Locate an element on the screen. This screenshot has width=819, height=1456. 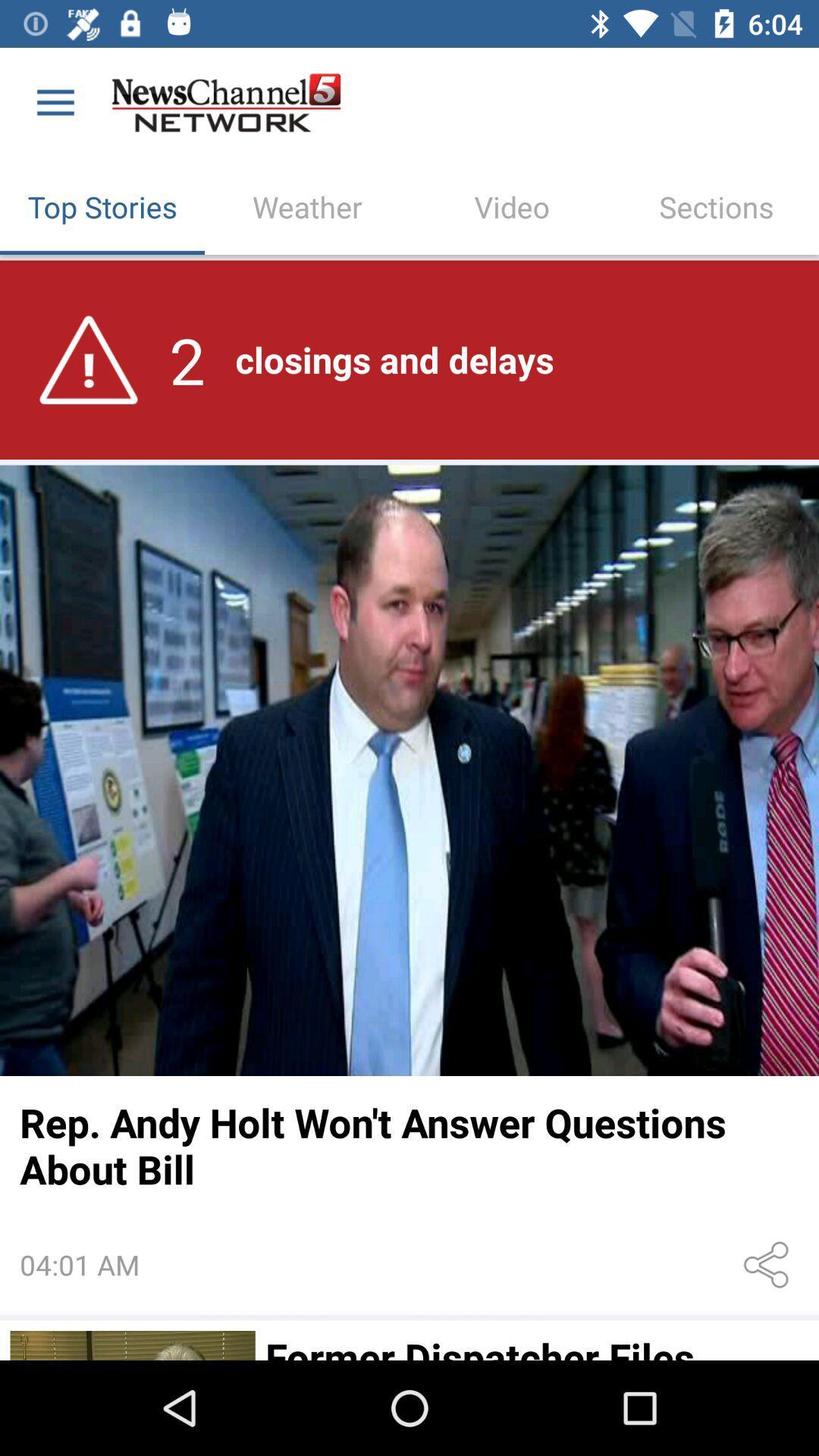
icon above the former dispatcher files icon is located at coordinates (769, 1265).